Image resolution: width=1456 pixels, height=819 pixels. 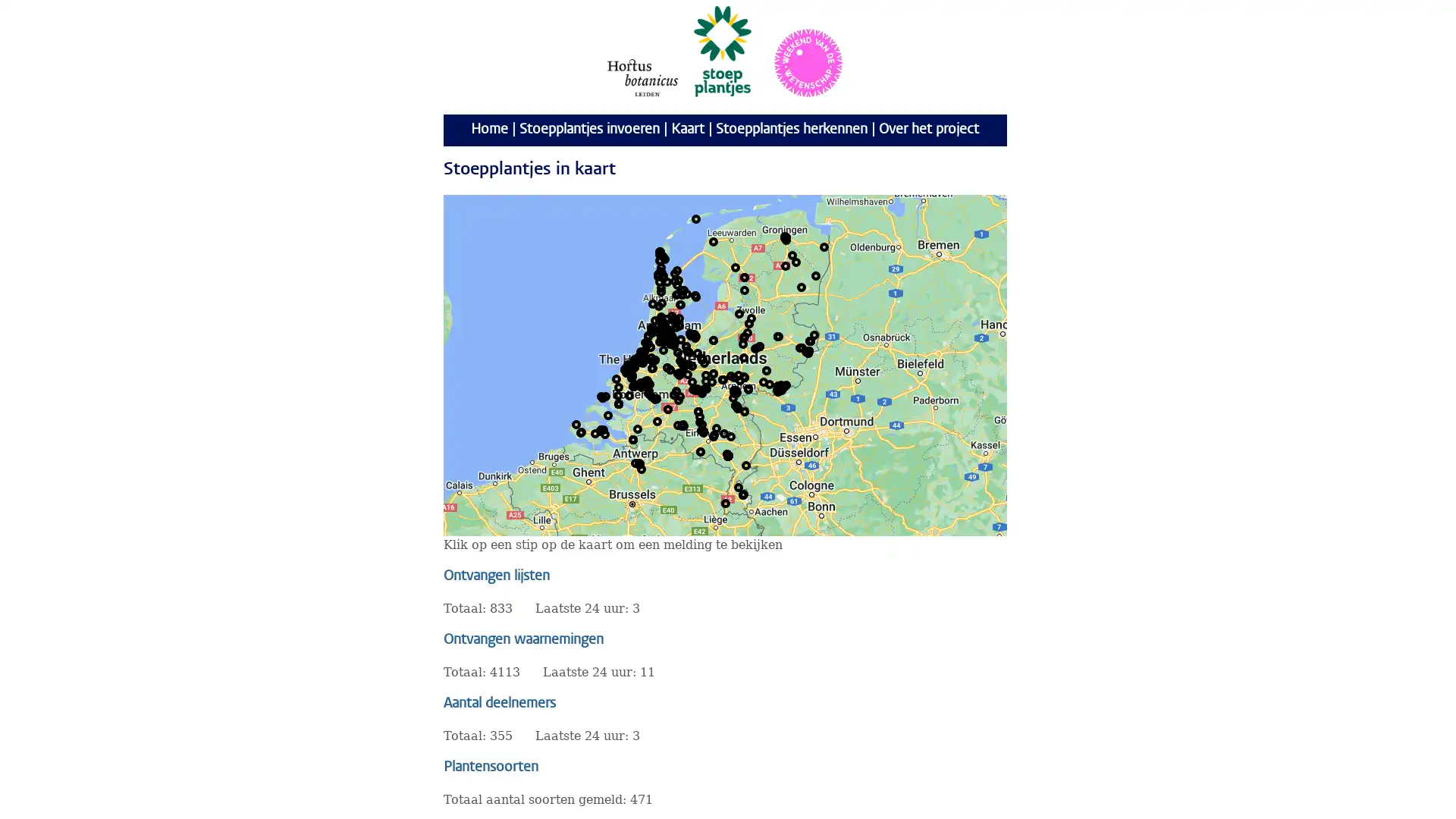 What do you see at coordinates (658, 324) in the screenshot?
I see `Telling van op 13 januari 2022` at bounding box center [658, 324].